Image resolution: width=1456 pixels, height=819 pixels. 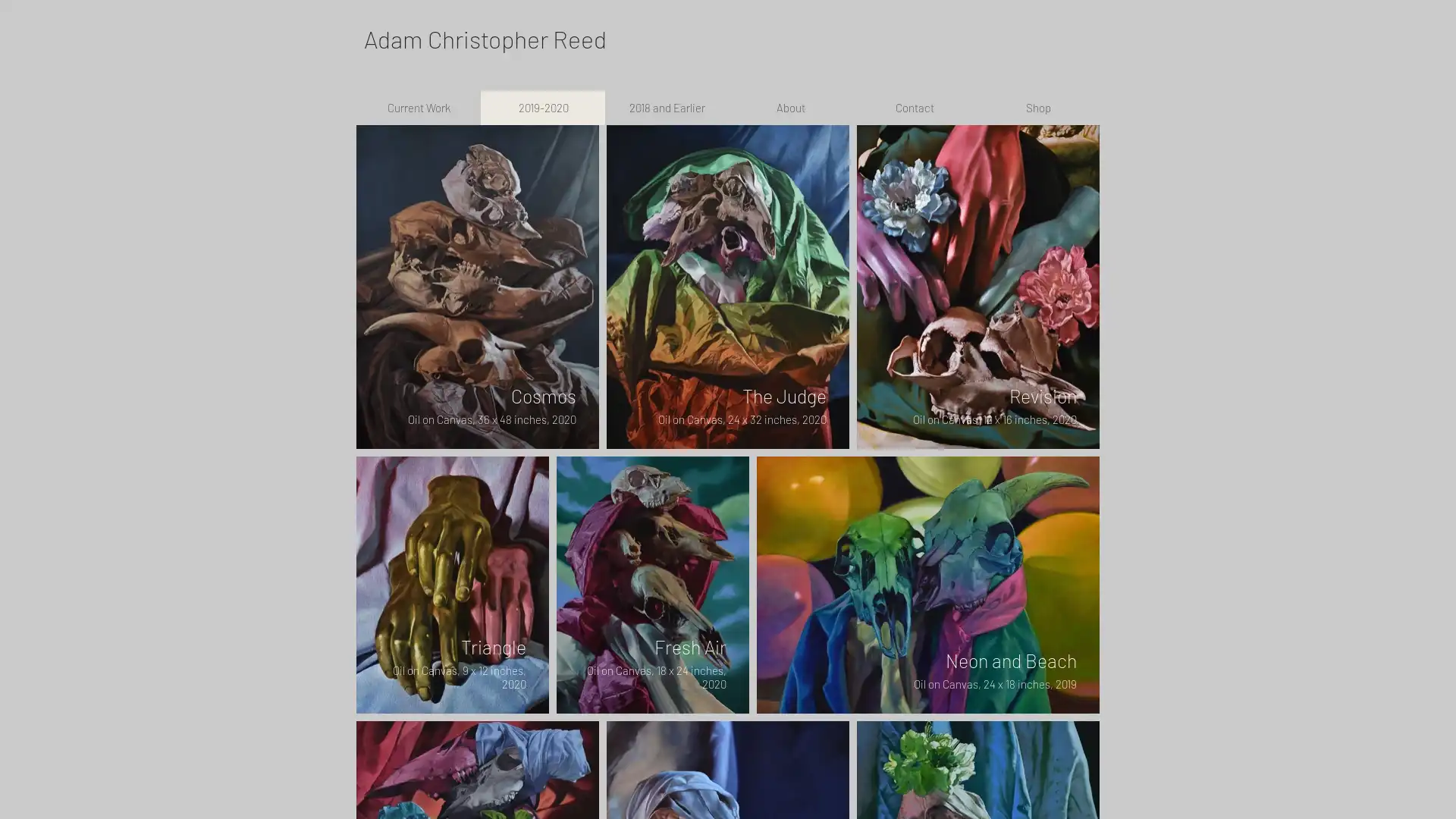 What do you see at coordinates (978, 287) in the screenshot?
I see `Revision` at bounding box center [978, 287].